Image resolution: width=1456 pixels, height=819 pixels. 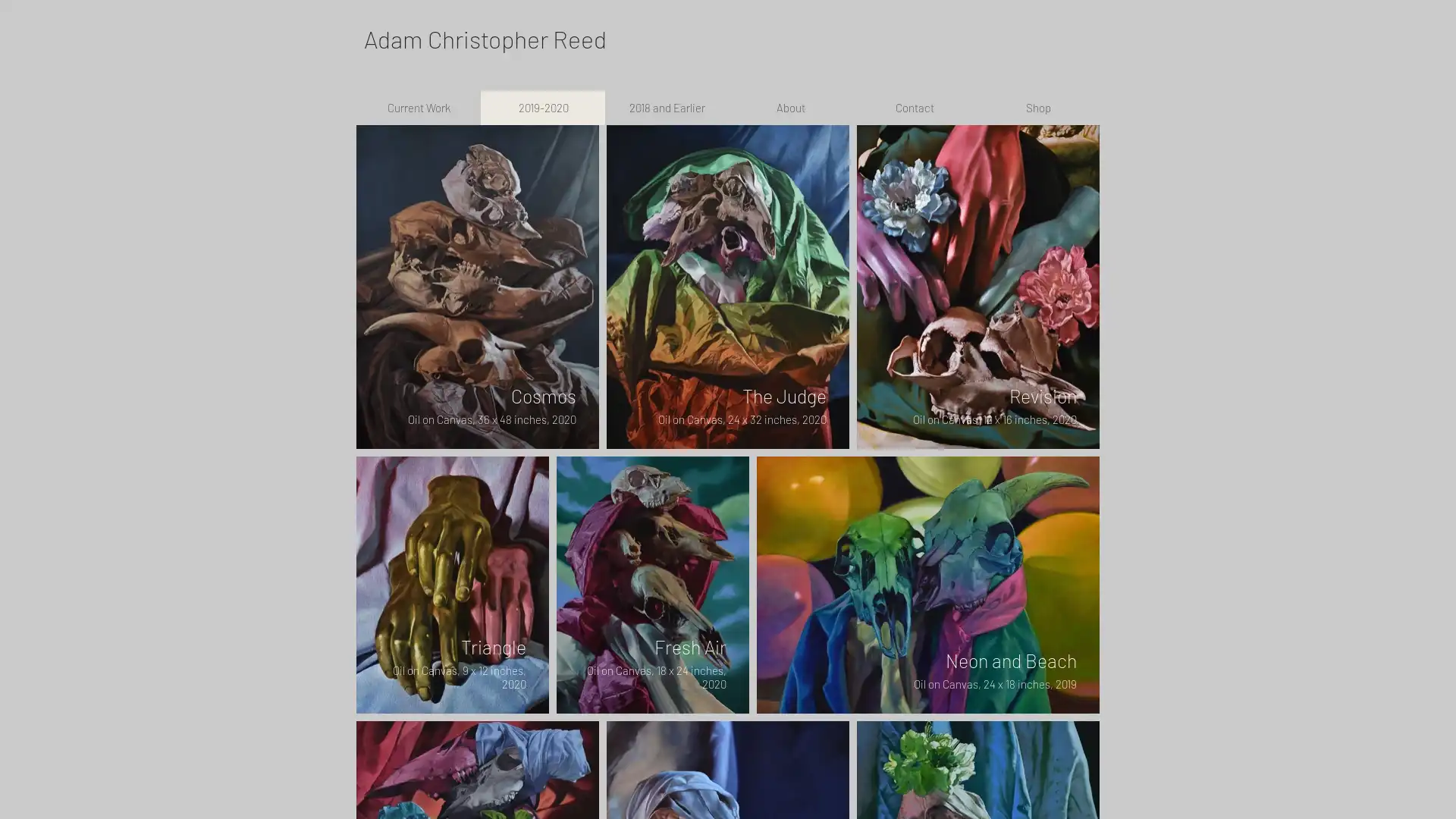 What do you see at coordinates (978, 287) in the screenshot?
I see `Revision` at bounding box center [978, 287].